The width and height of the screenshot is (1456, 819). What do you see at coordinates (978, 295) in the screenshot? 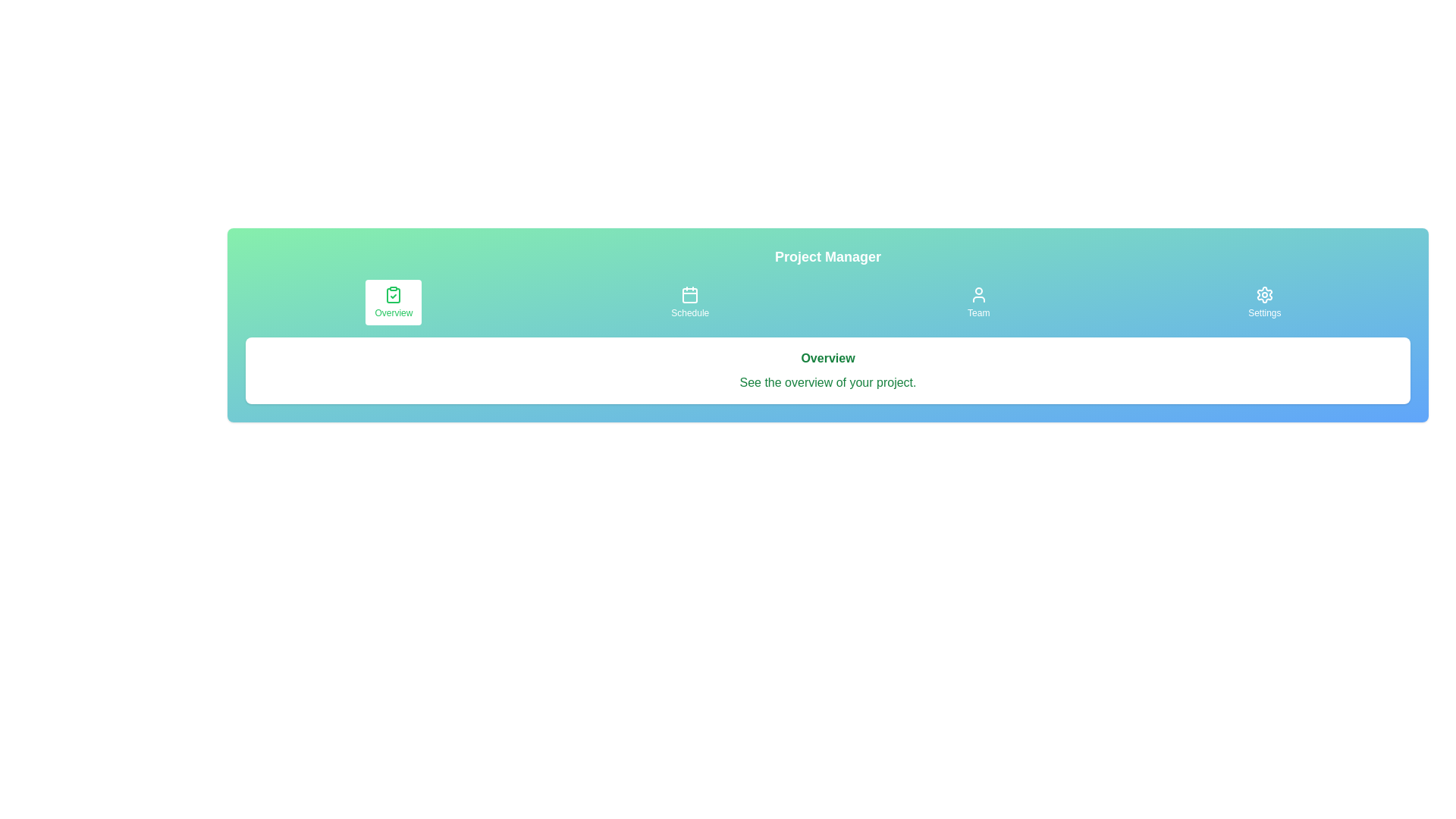
I see `the 'Team' button in the navigation bar` at bounding box center [978, 295].